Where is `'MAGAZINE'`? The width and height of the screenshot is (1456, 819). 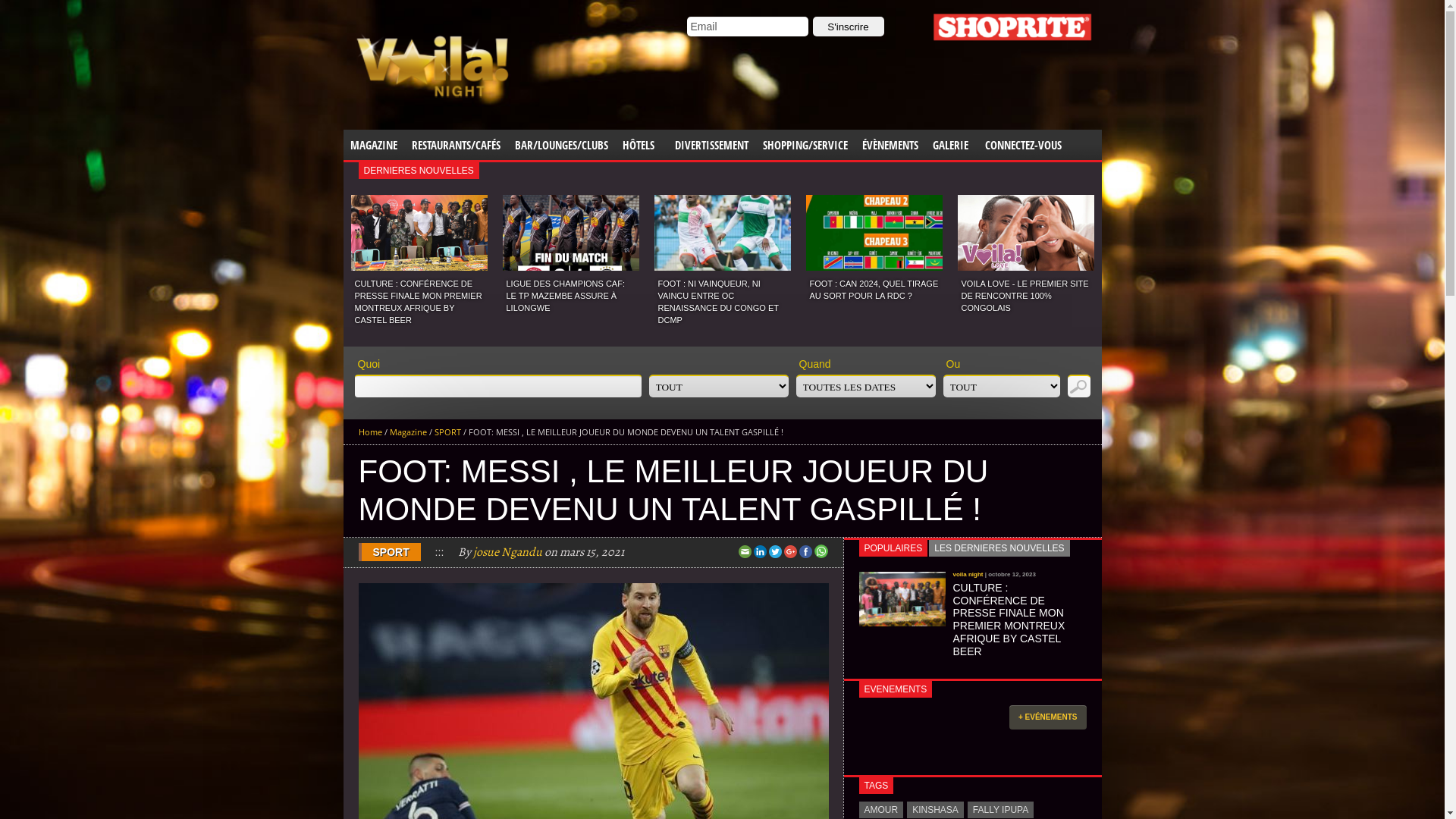 'MAGAZINE' is located at coordinates (372, 144).